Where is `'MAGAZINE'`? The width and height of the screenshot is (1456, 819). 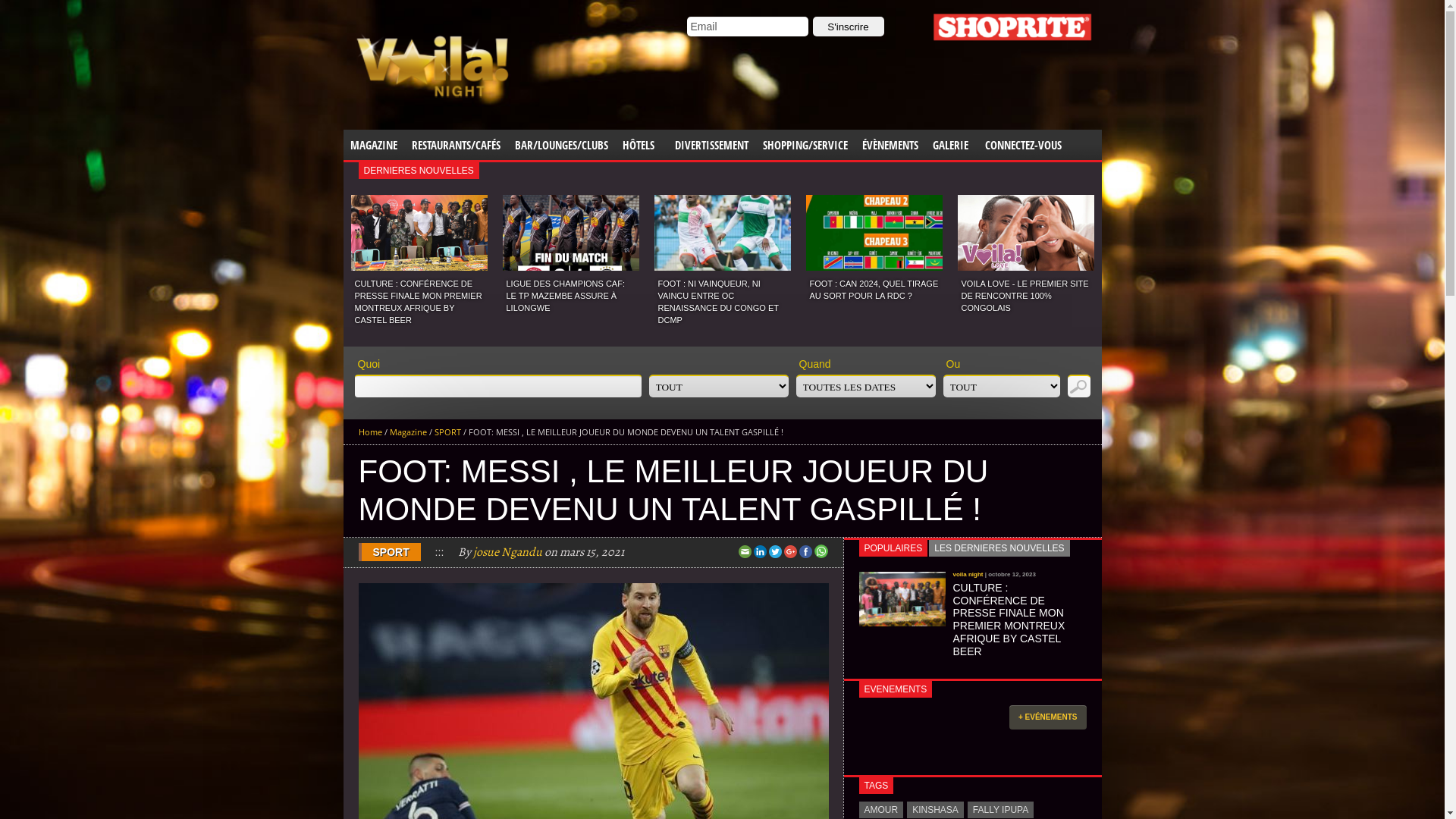 'MAGAZINE' is located at coordinates (372, 144).